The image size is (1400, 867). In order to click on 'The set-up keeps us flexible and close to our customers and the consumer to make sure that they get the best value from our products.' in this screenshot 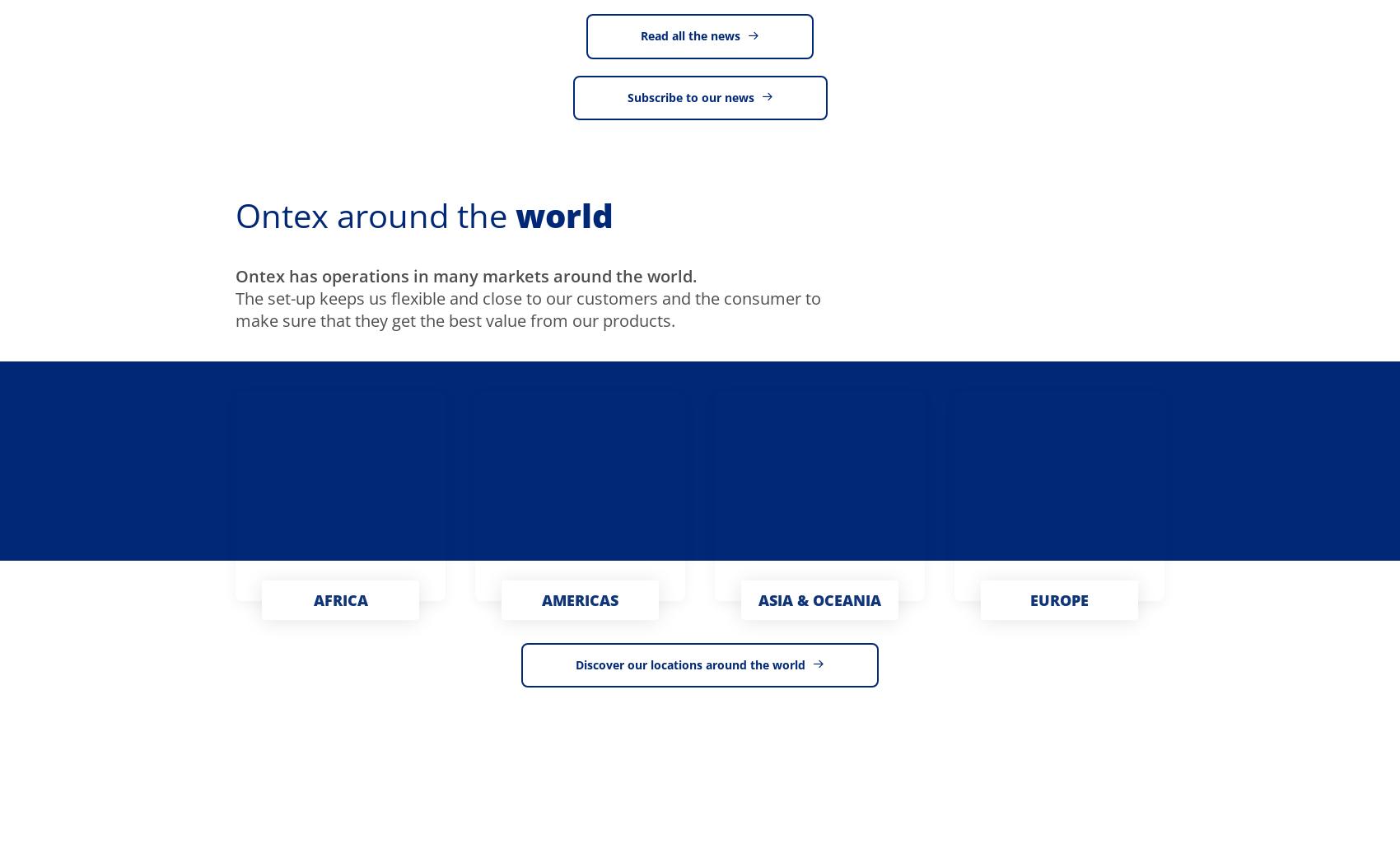, I will do `click(235, 309)`.